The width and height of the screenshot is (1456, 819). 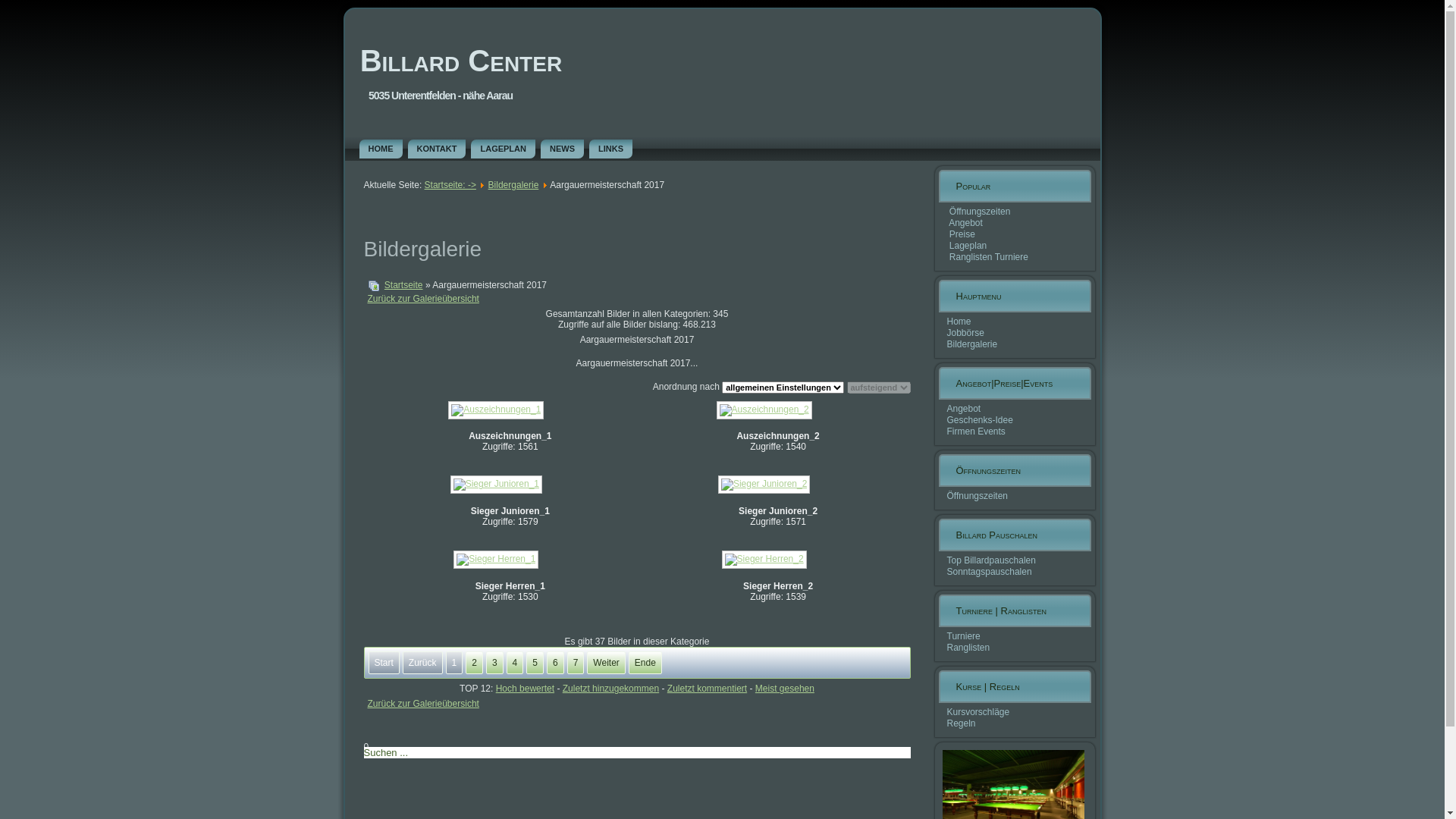 I want to click on 'Sieger Herren_2', so click(x=765, y=561).